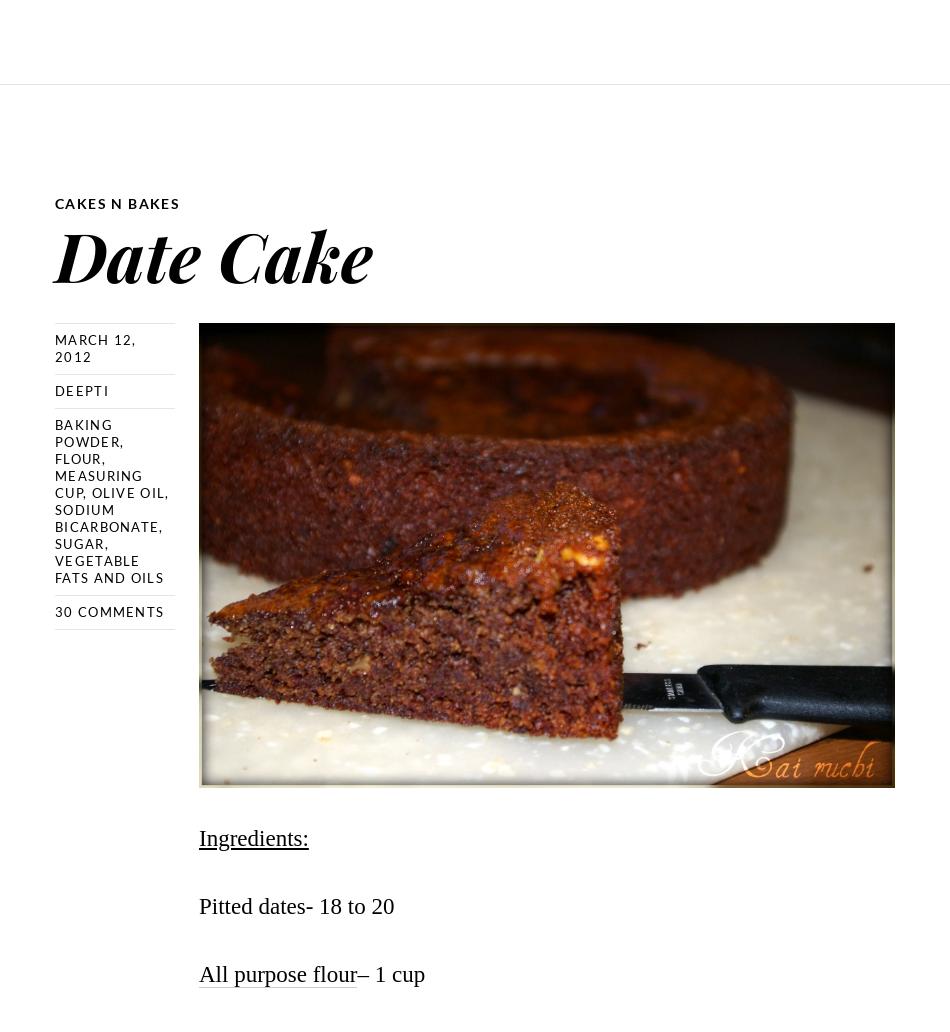  I want to click on 'olive oil', so click(91, 491).